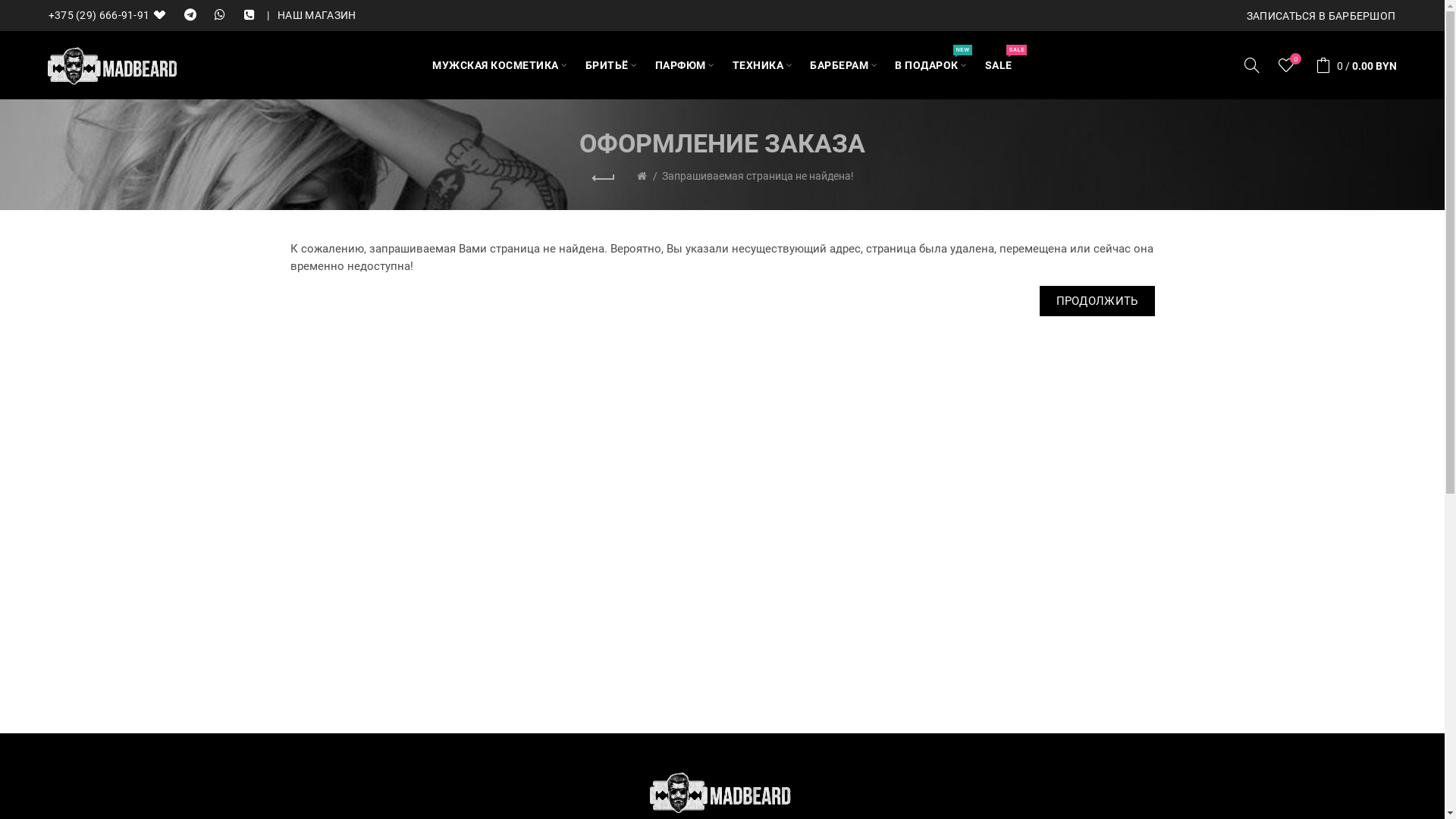  What do you see at coordinates (1287, 64) in the screenshot?
I see `'0'` at bounding box center [1287, 64].